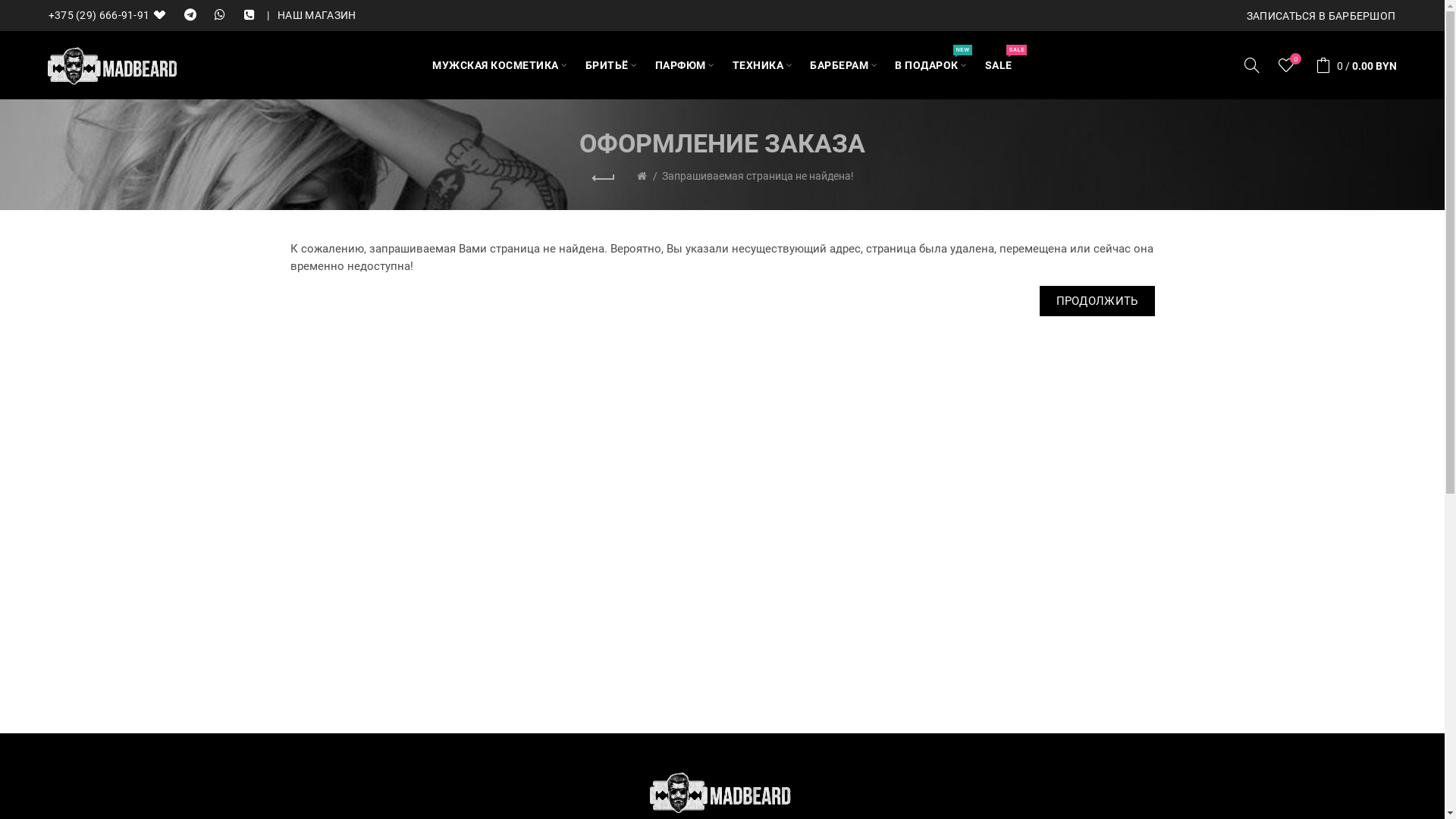  What do you see at coordinates (1287, 64) in the screenshot?
I see `'0'` at bounding box center [1287, 64].